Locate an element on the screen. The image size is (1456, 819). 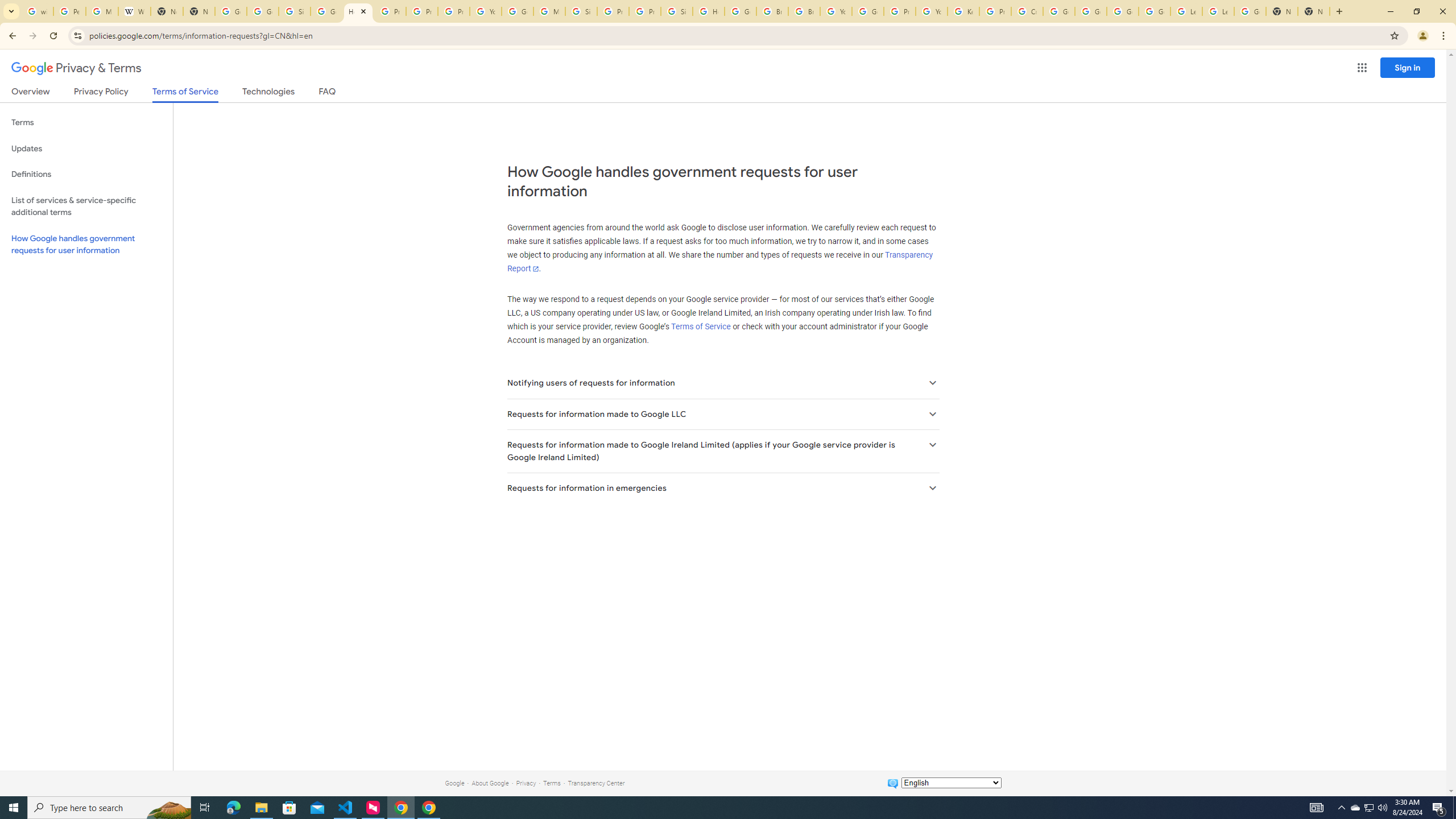
'Google Account Help' is located at coordinates (1059, 11).